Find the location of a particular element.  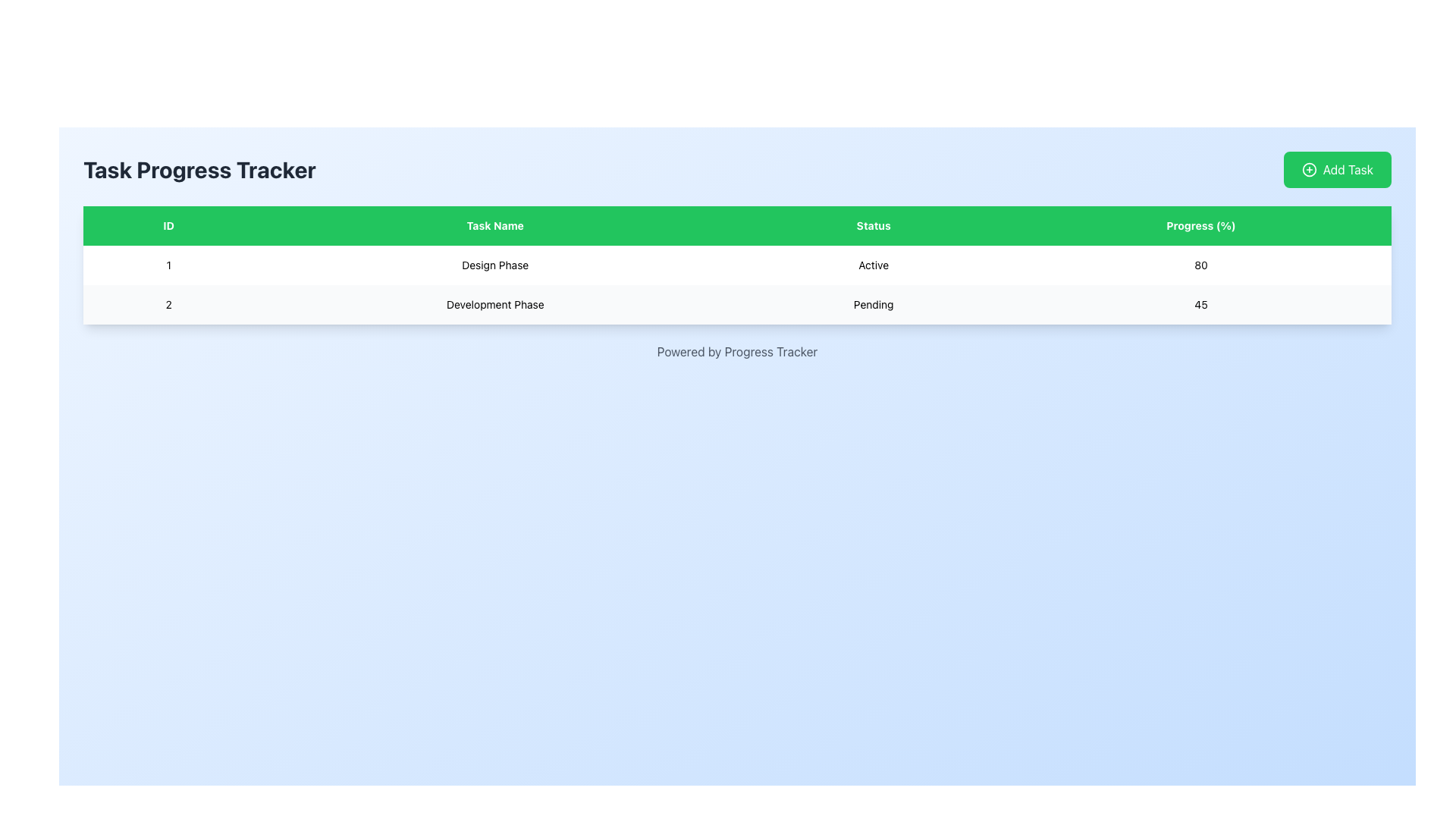

the circular icon with a plus sign inside, which is located to the left of the 'Add Task' button, to interact with the button it accompanies is located at coordinates (1308, 169).